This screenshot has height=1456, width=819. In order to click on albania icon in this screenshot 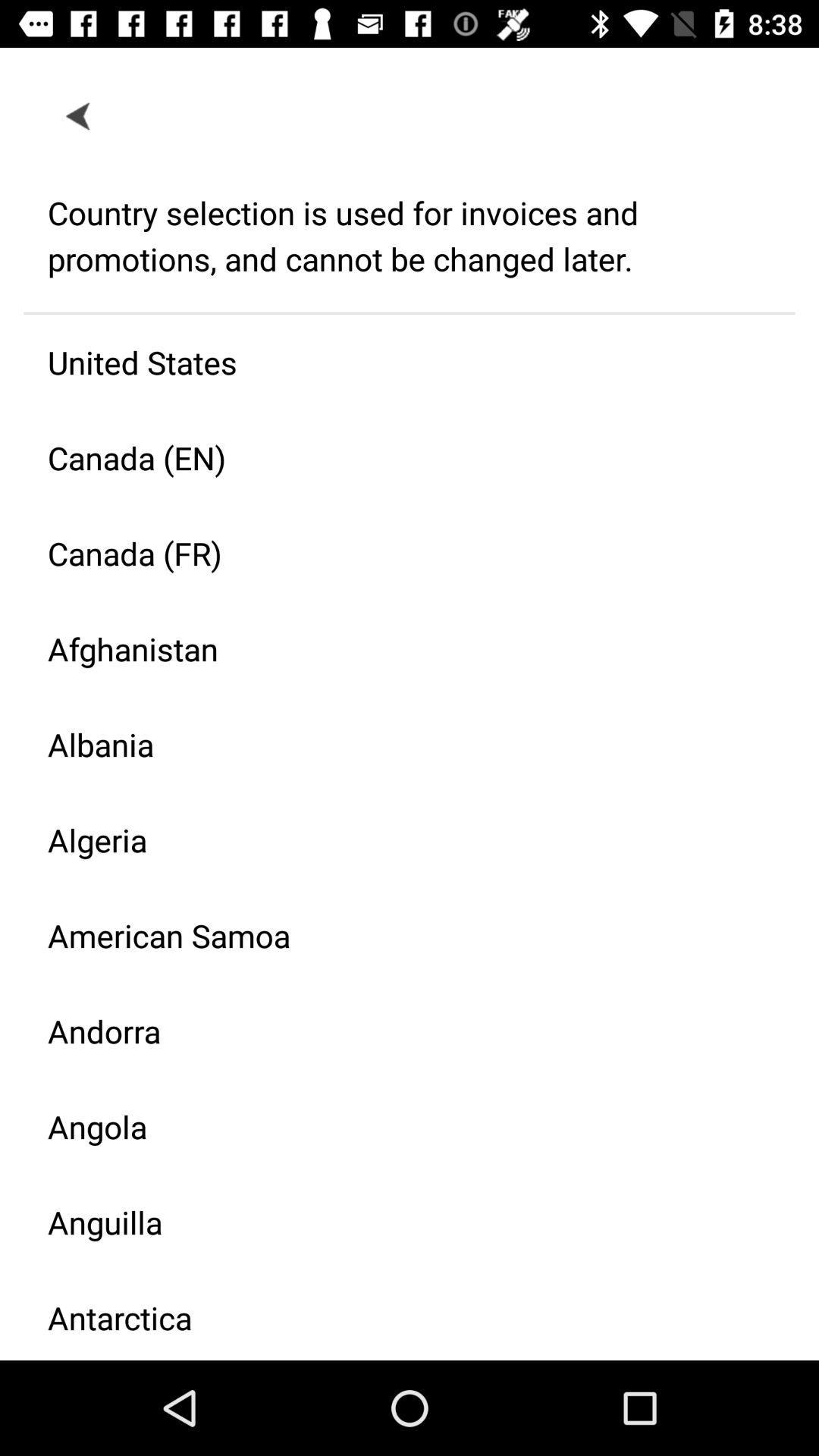, I will do `click(397, 744)`.